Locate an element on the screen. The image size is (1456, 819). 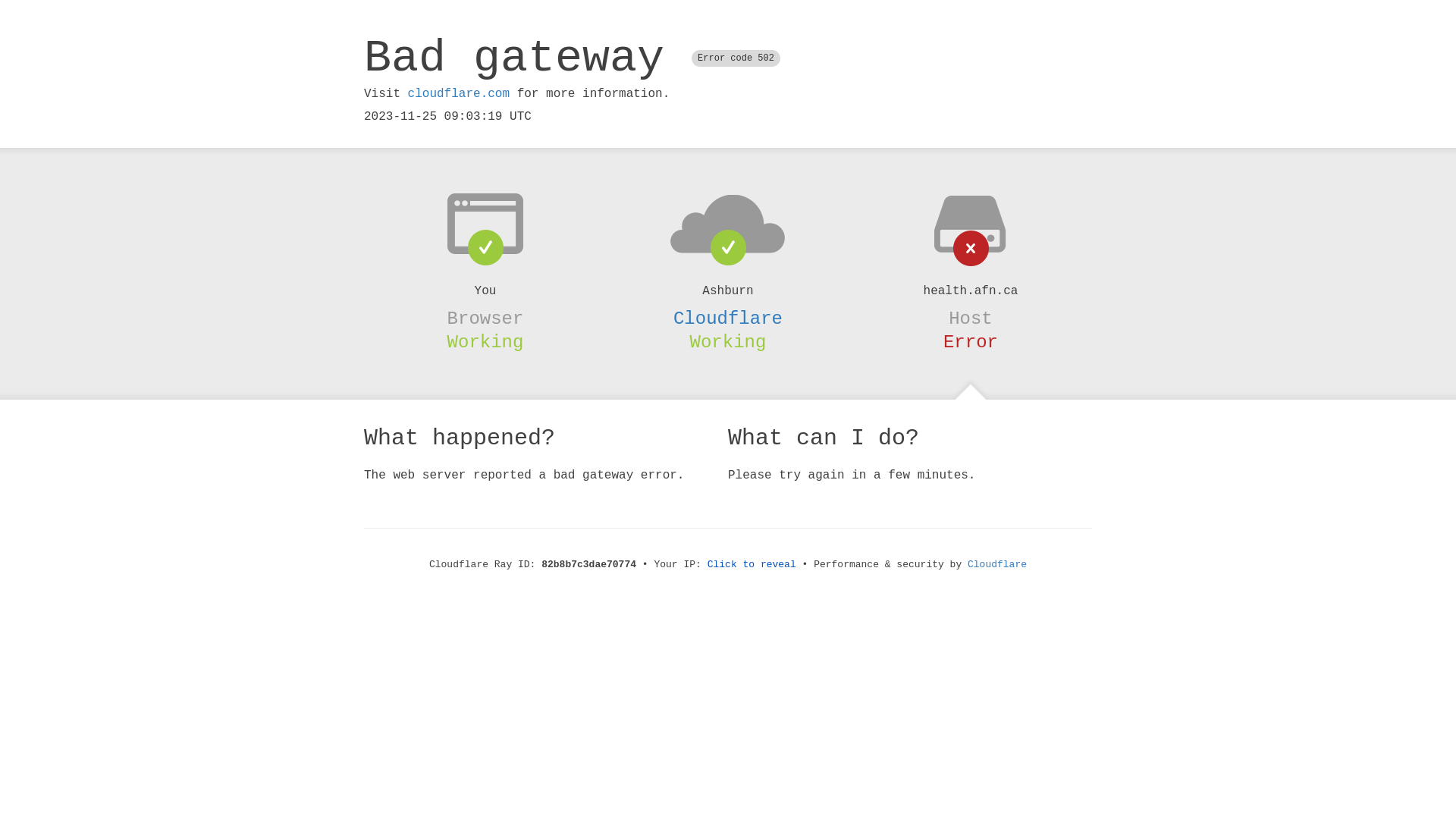
'Cloudflare' is located at coordinates (728, 318).